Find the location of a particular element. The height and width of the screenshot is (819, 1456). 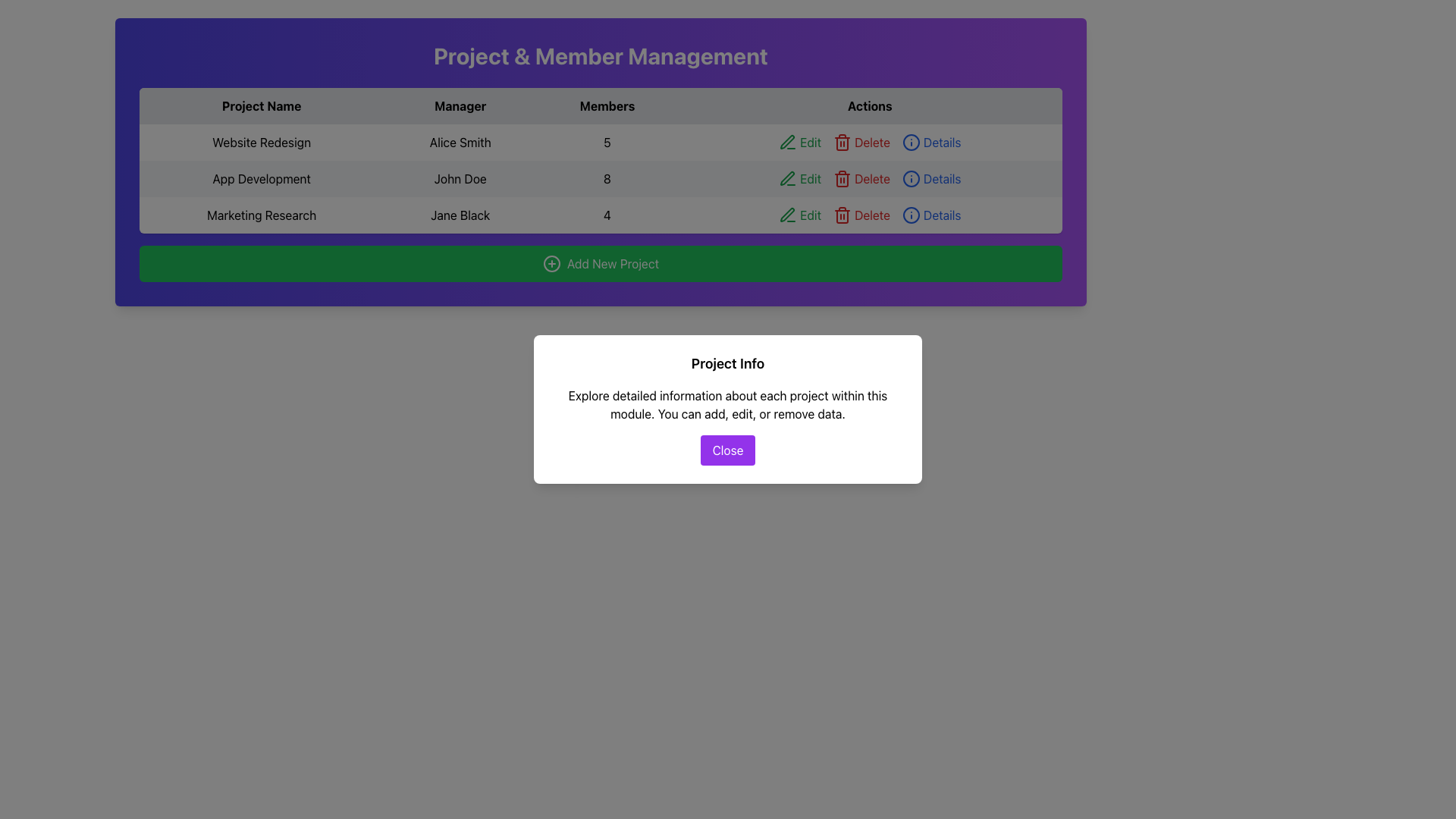

the small green pen icon button next to the 'Edit' text in the 'Actions' column for 'App Development' is located at coordinates (787, 177).